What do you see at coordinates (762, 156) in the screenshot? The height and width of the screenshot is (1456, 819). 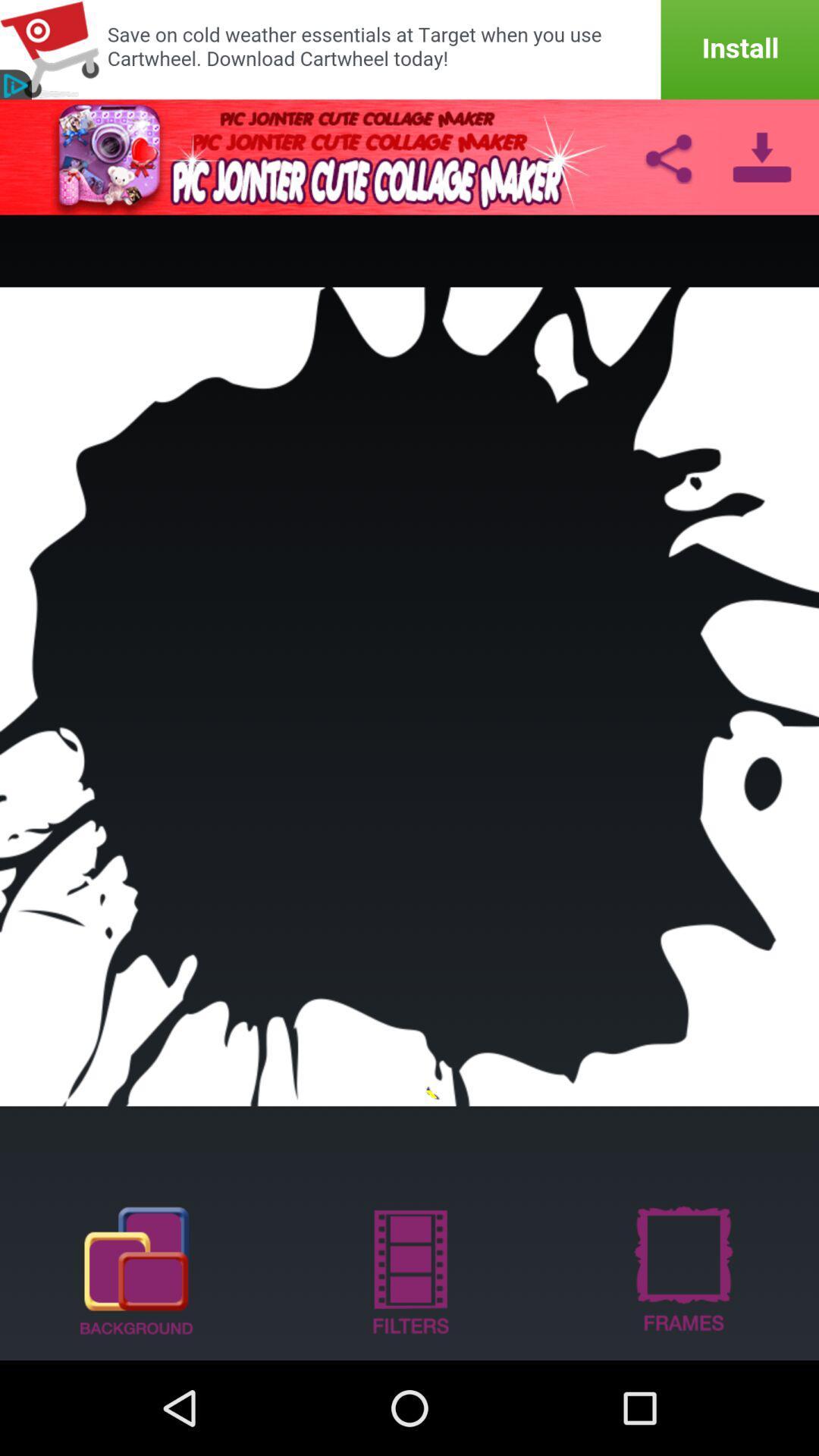 I see `download` at bounding box center [762, 156].